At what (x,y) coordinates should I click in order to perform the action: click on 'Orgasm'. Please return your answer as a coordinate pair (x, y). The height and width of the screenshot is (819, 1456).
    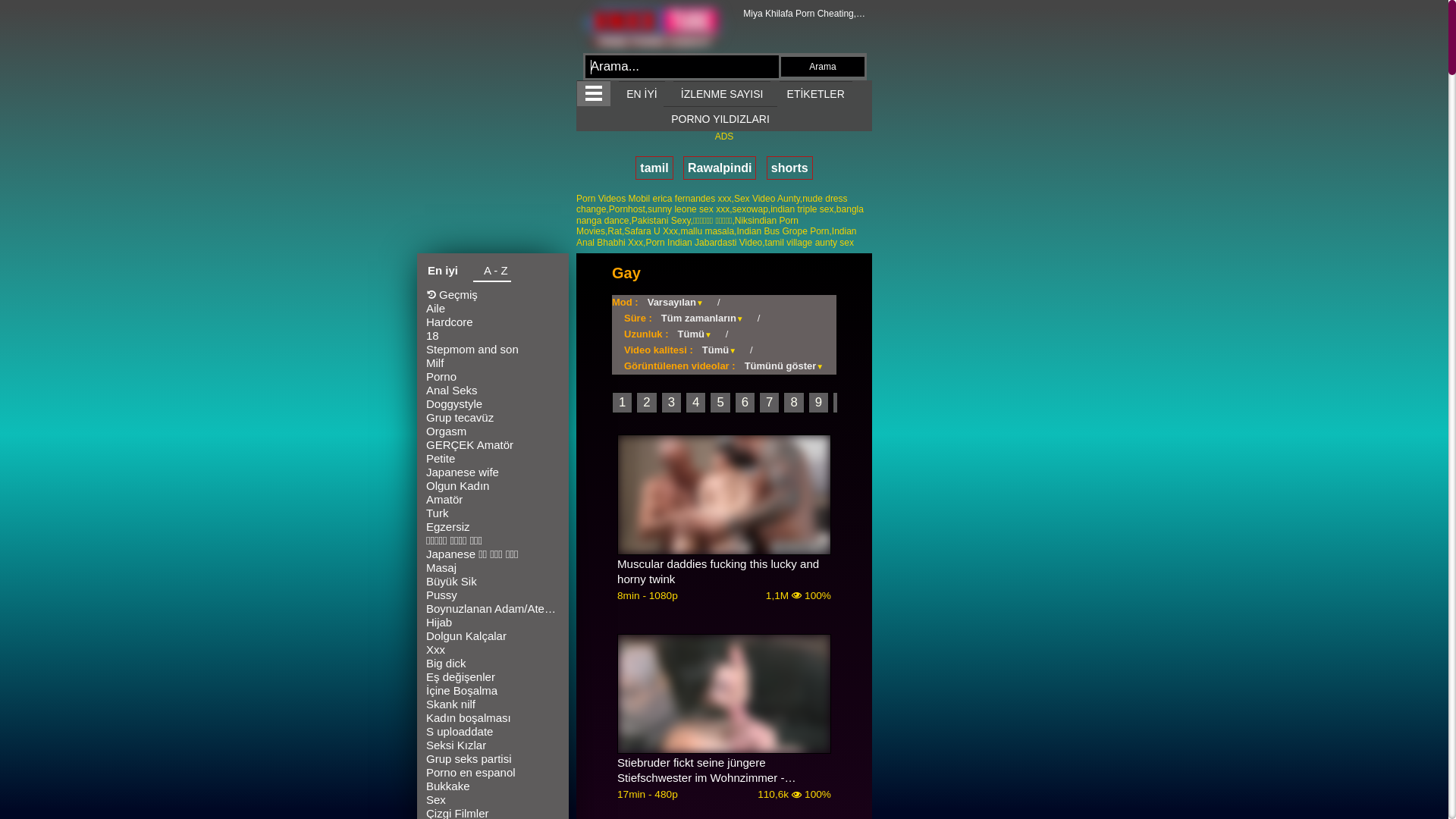
    Looking at the image, I should click on (492, 431).